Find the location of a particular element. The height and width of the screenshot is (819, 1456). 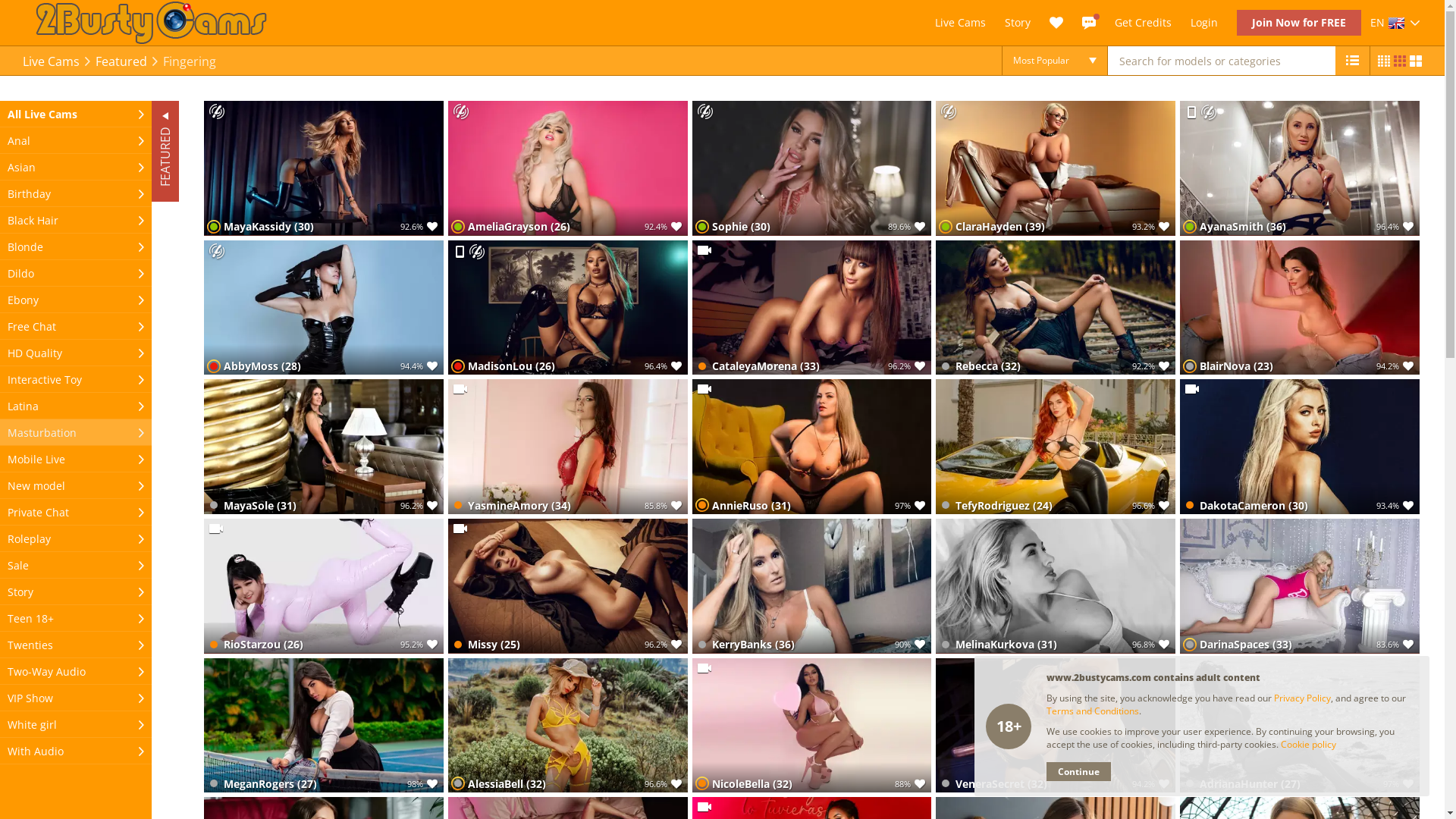

'Anal' is located at coordinates (75, 140).